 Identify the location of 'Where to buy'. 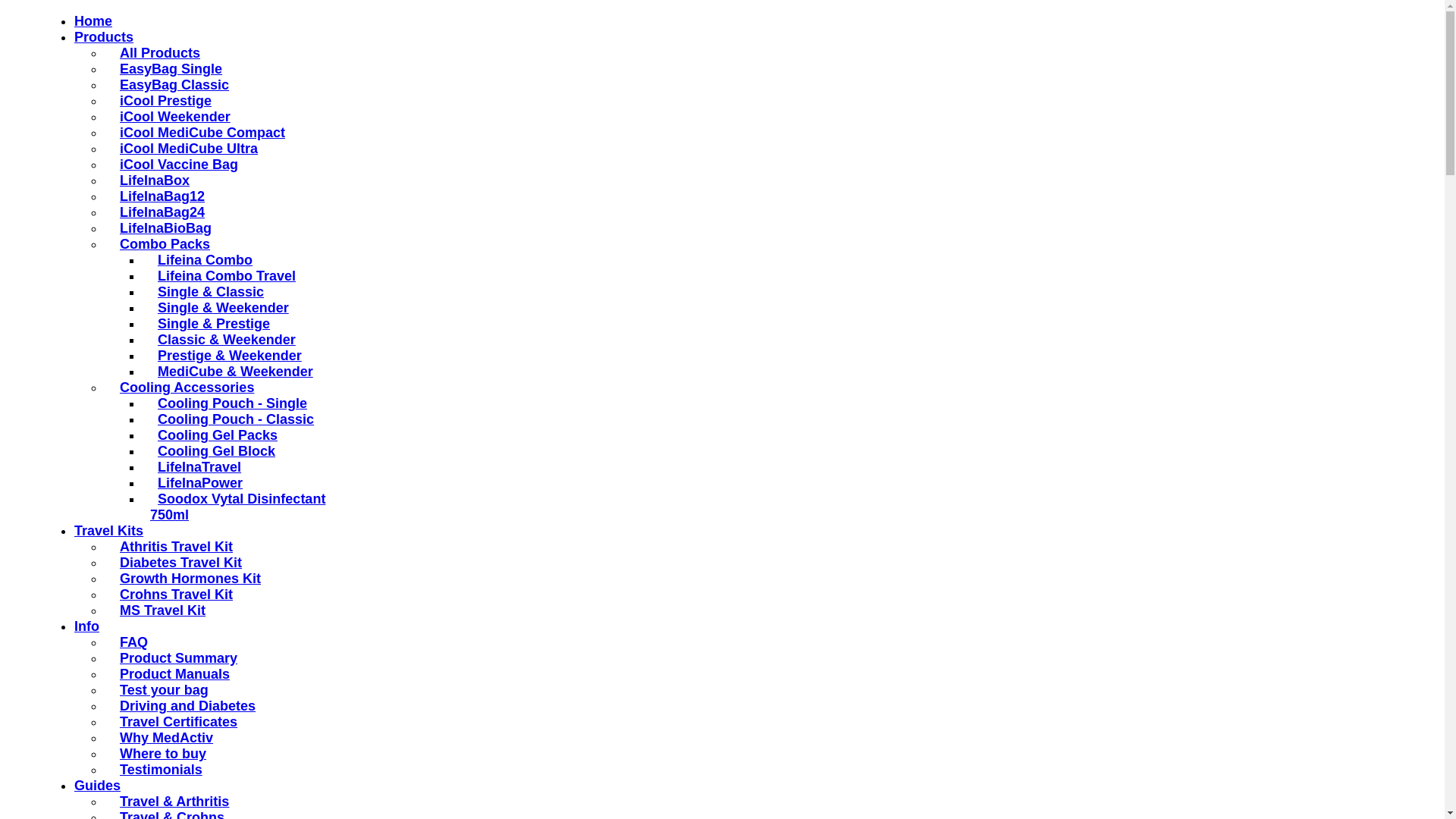
(159, 754).